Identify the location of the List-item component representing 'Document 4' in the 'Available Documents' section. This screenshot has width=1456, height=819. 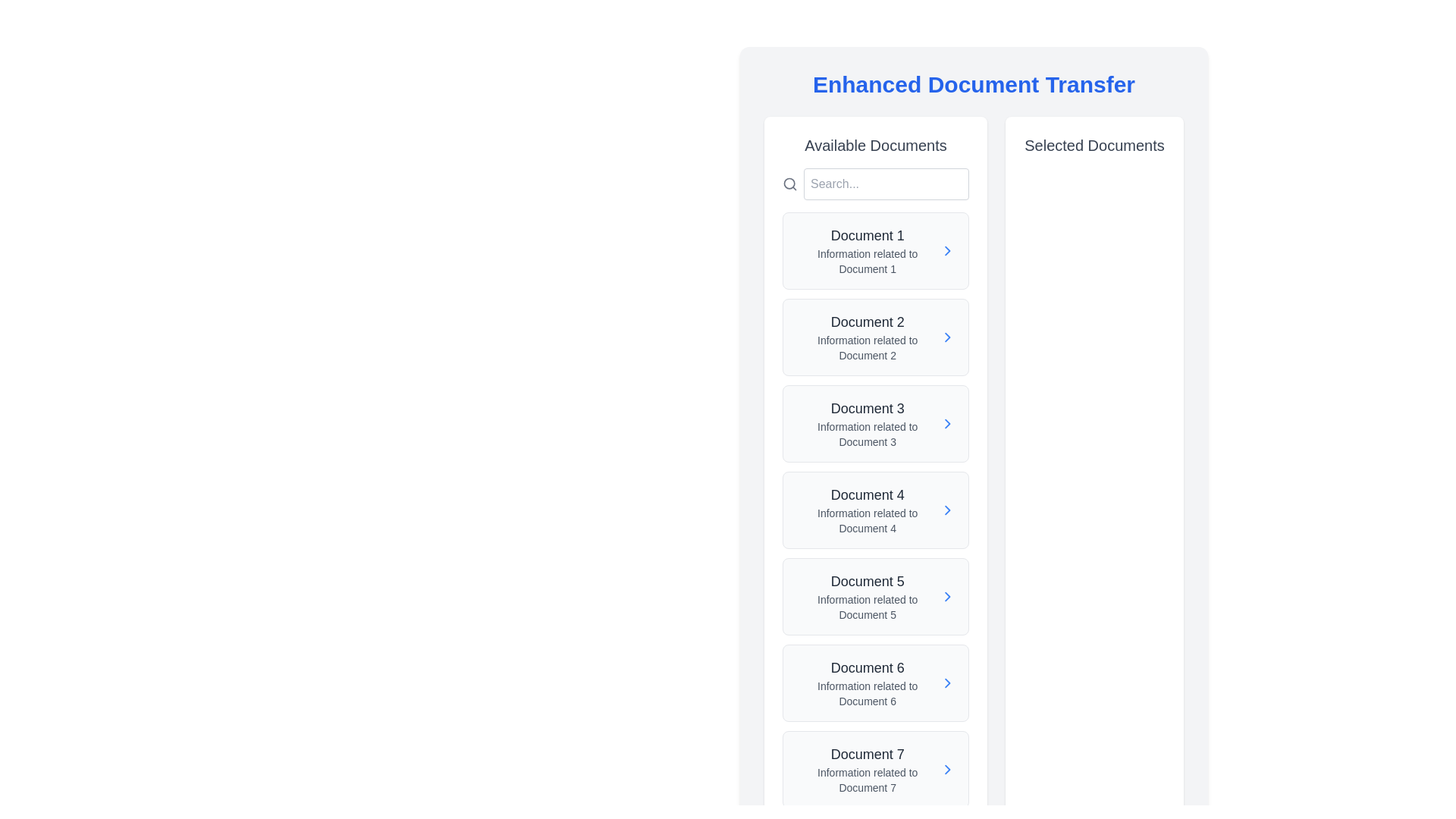
(868, 510).